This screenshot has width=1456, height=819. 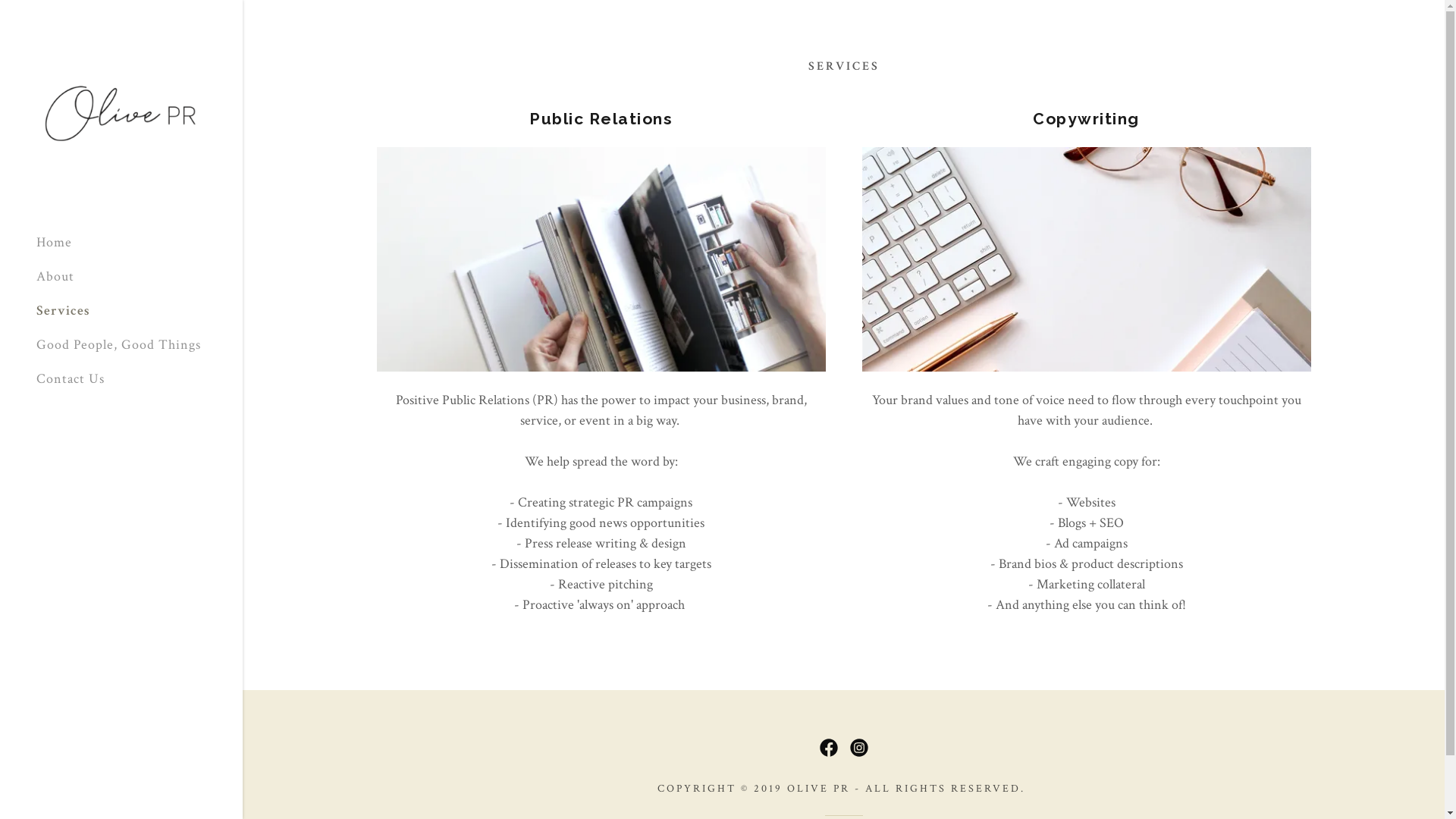 I want to click on 'Home', so click(x=54, y=241).